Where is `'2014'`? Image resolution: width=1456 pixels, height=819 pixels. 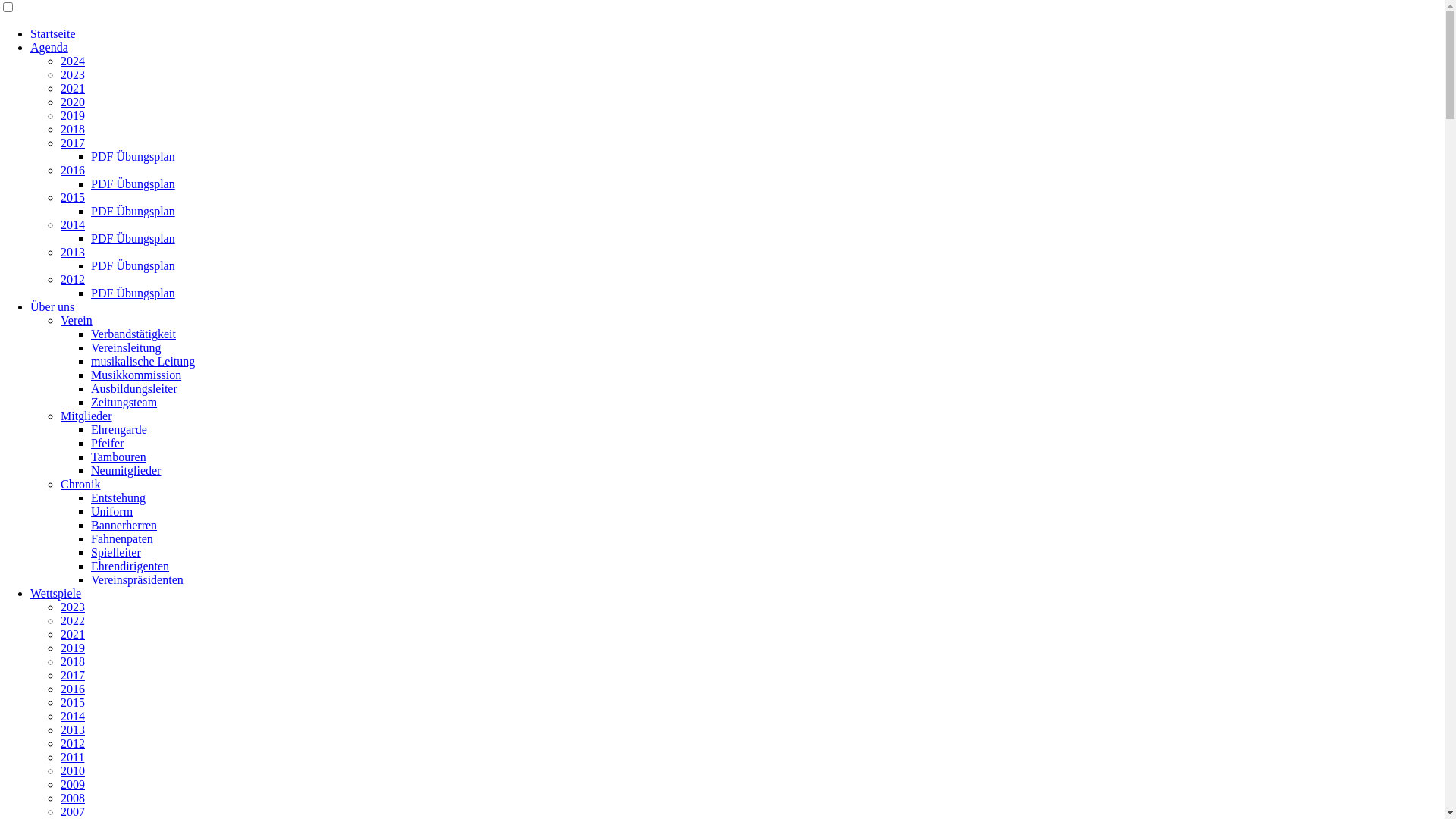
'2014' is located at coordinates (72, 716).